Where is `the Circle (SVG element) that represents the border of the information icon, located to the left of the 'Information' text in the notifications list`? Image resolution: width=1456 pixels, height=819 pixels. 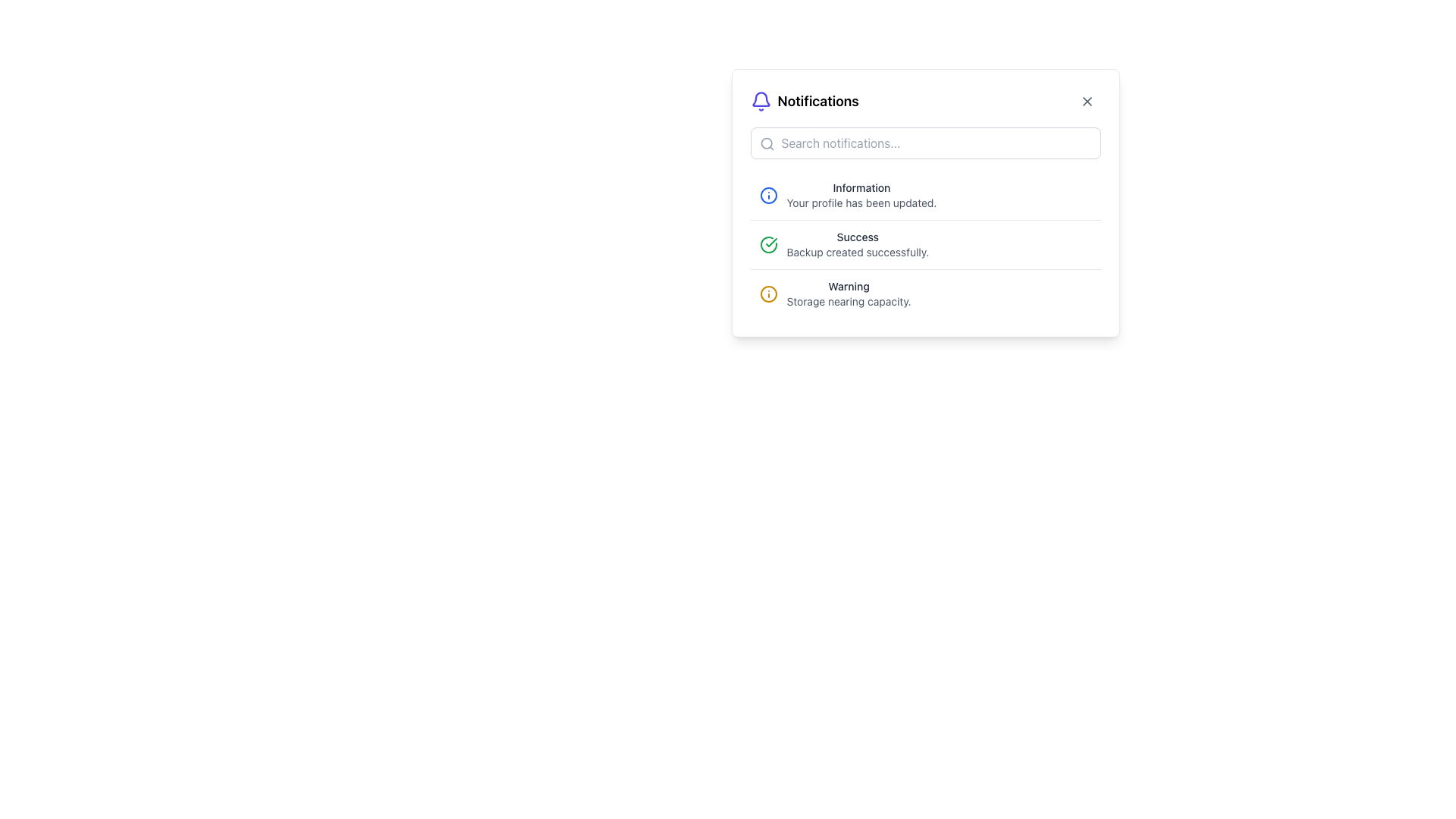 the Circle (SVG element) that represents the border of the information icon, located to the left of the 'Information' text in the notifications list is located at coordinates (768, 195).